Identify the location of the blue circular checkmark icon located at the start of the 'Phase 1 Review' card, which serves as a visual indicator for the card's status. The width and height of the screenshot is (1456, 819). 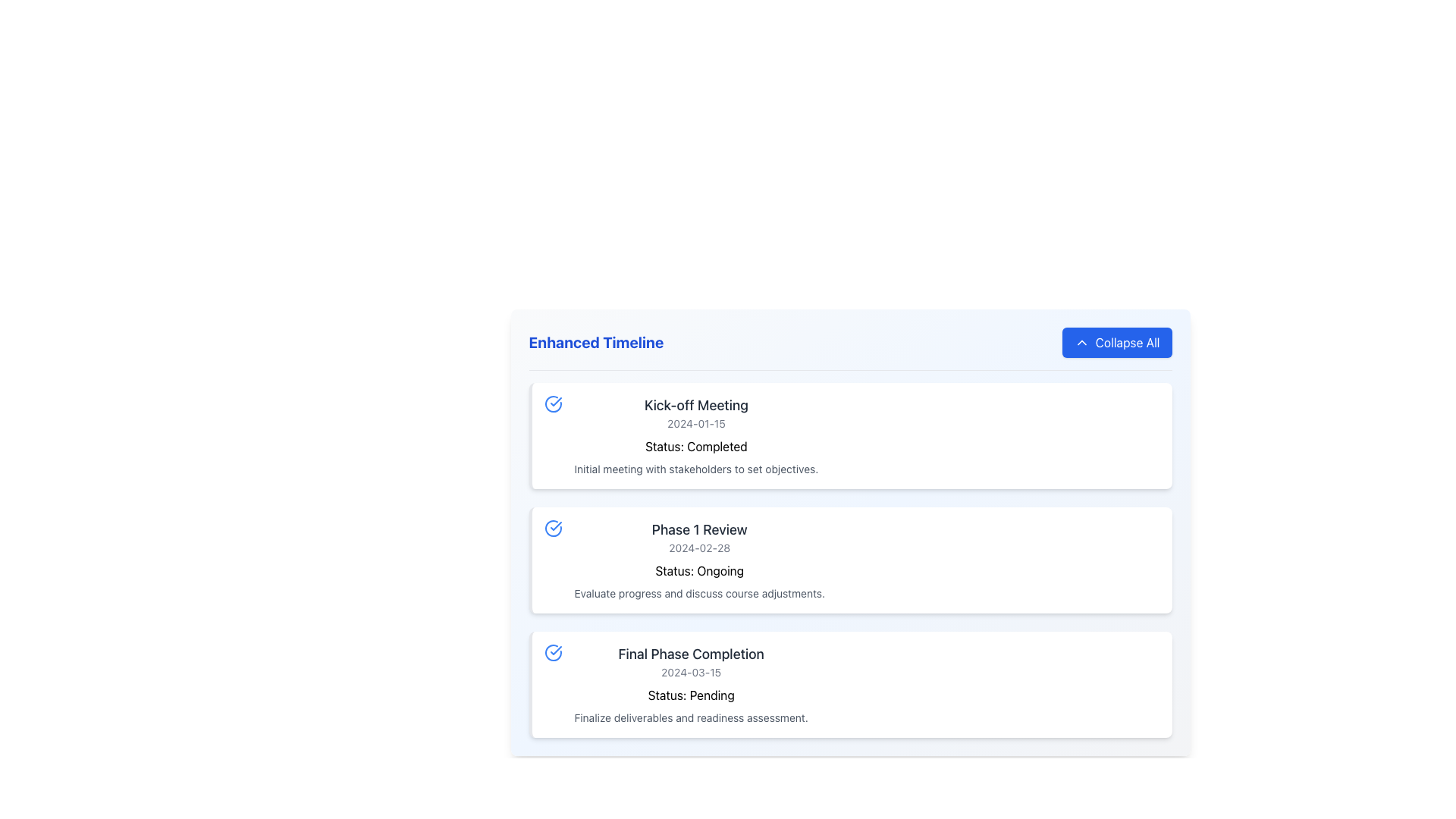
(552, 528).